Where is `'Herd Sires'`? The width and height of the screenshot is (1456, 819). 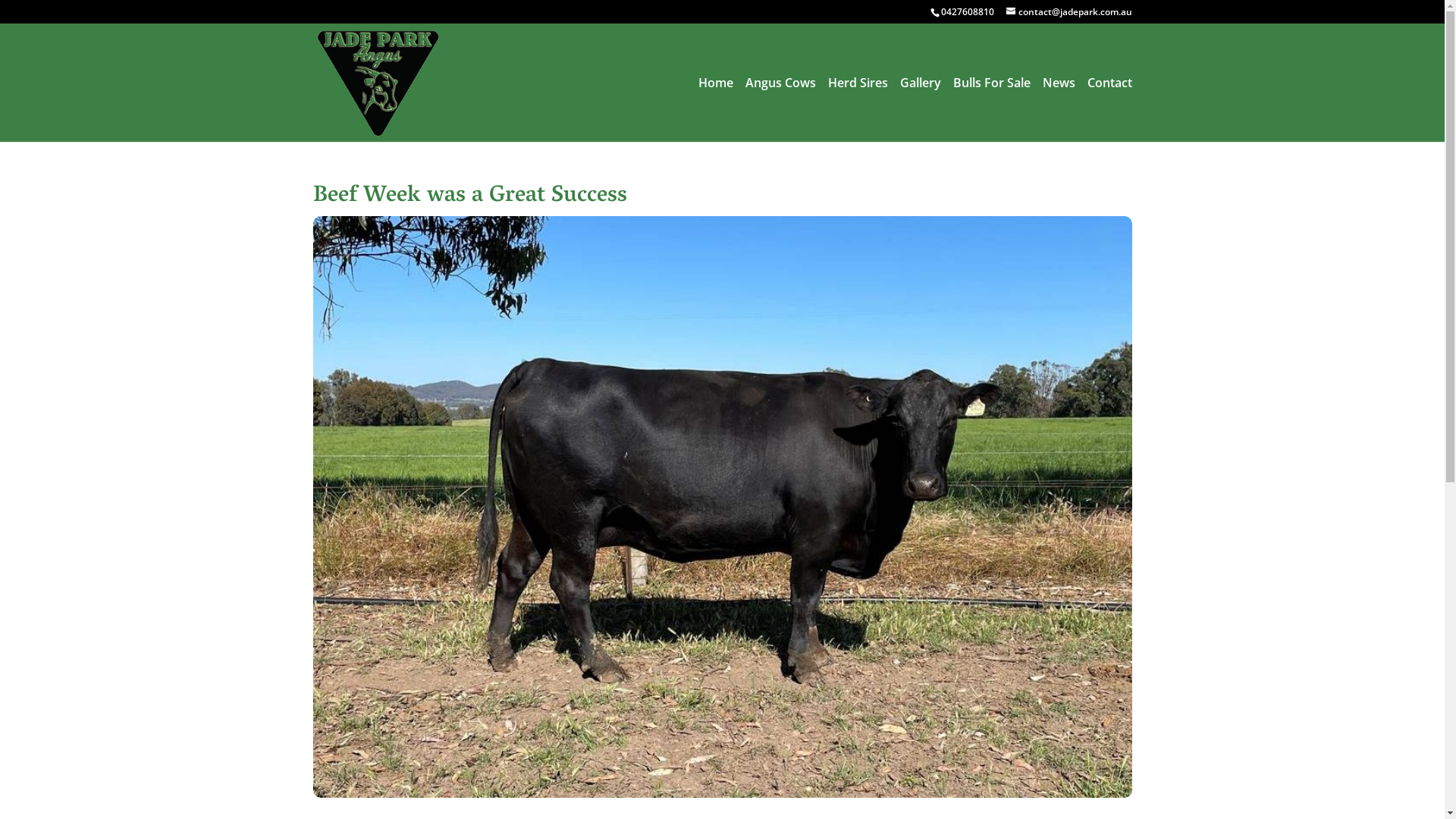 'Herd Sires' is located at coordinates (858, 108).